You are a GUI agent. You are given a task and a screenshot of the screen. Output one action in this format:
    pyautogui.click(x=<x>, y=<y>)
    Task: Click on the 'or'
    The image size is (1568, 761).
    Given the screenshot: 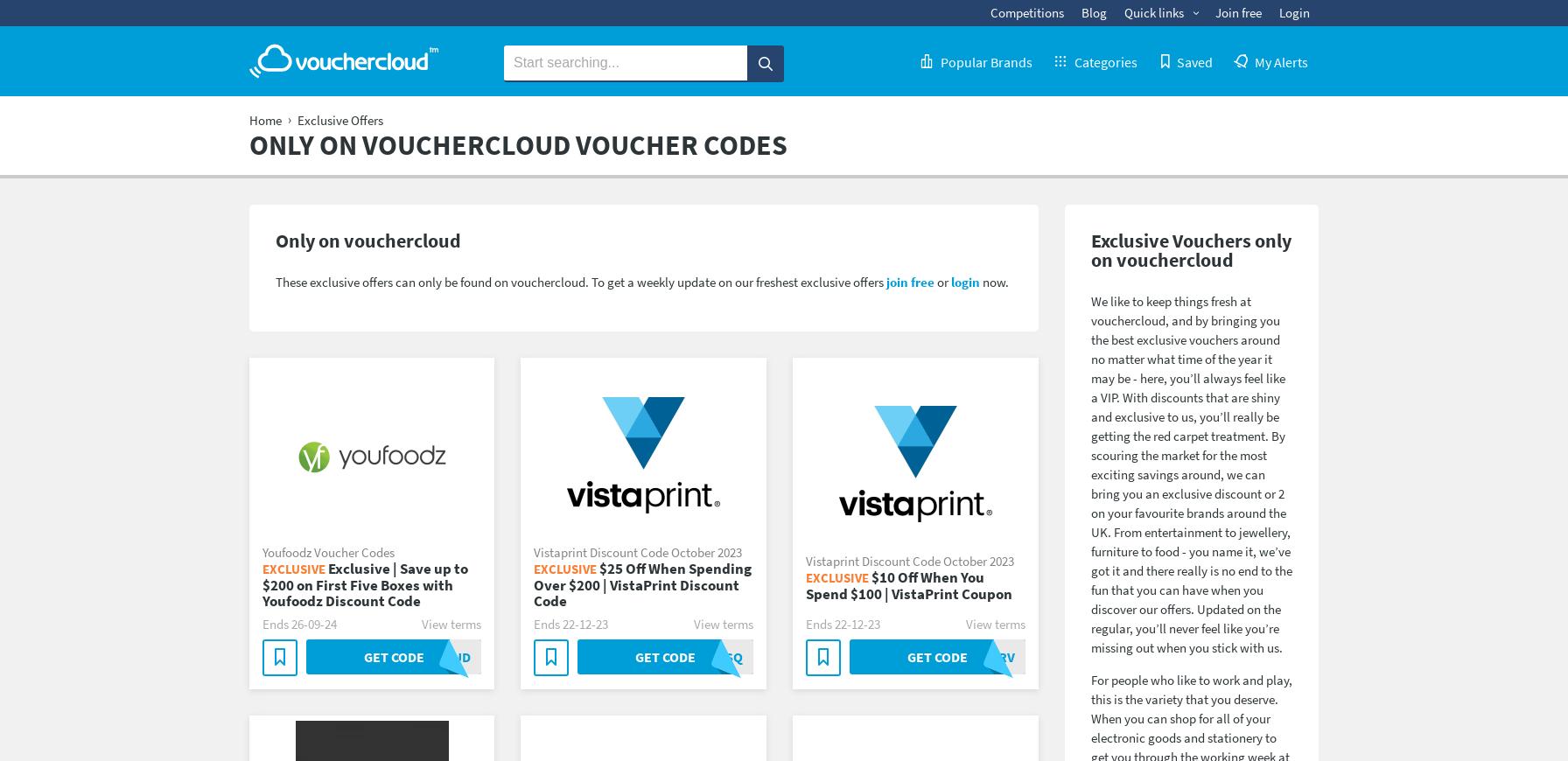 What is the action you would take?
    pyautogui.click(x=941, y=281)
    